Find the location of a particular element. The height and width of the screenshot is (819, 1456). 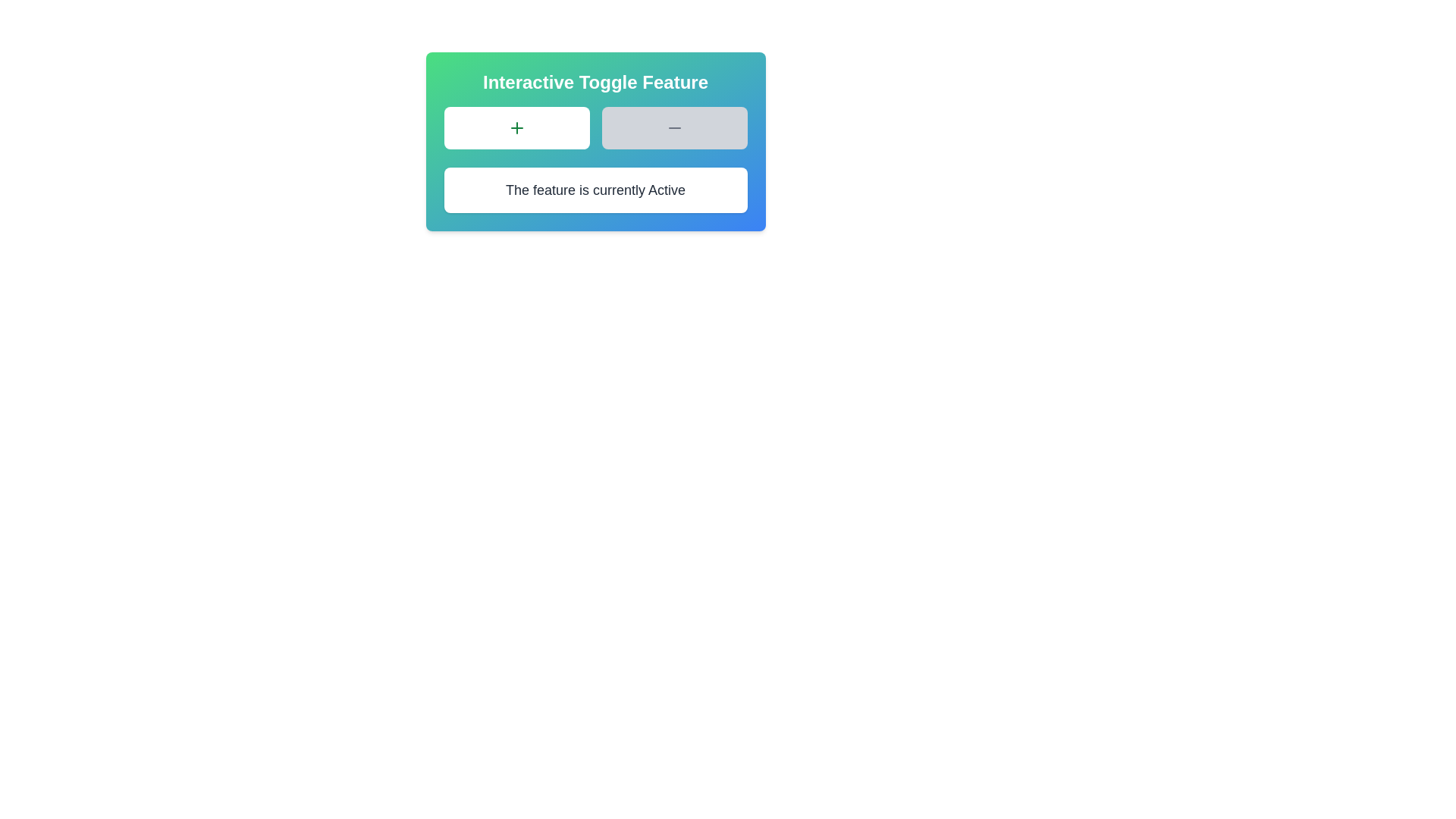

the rectangular interactive component located centrally under the heading 'Interactive Toggle Feature', positioned between a green-themed and a gray-themed button is located at coordinates (595, 127).